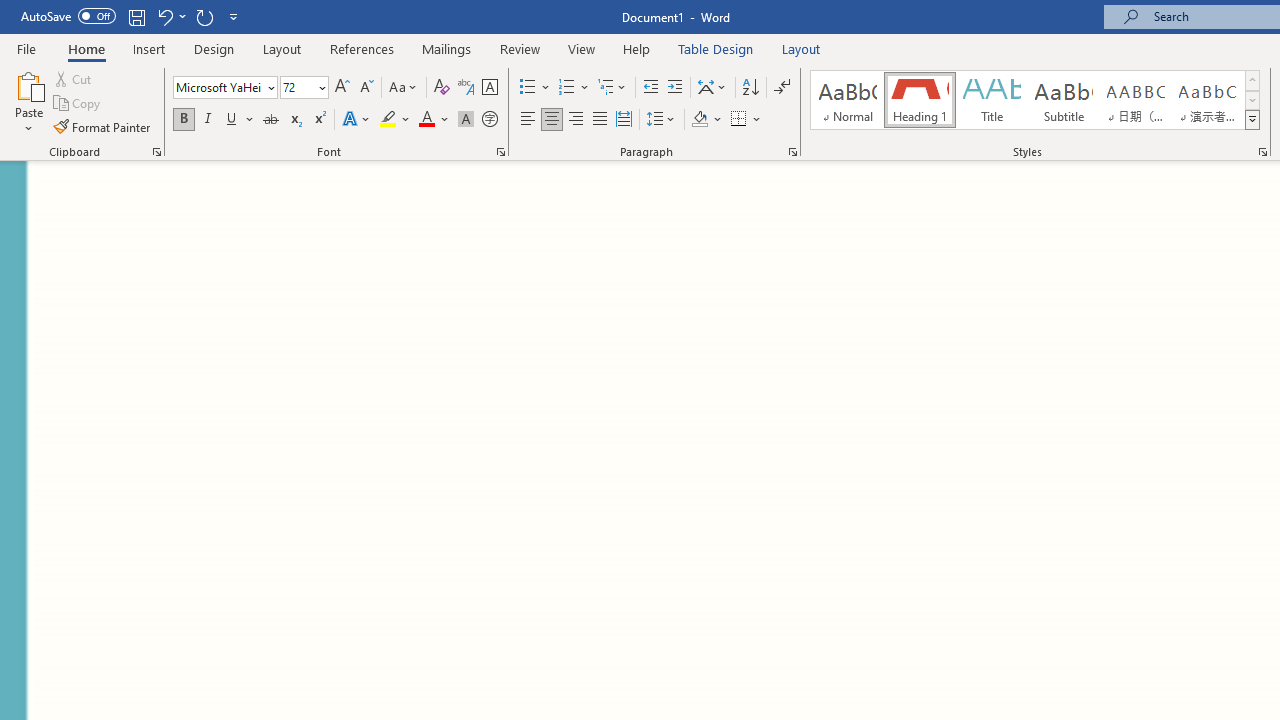 This screenshot has height=720, width=1280. What do you see at coordinates (130, 16) in the screenshot?
I see `'Quick Access Toolbar'` at bounding box center [130, 16].